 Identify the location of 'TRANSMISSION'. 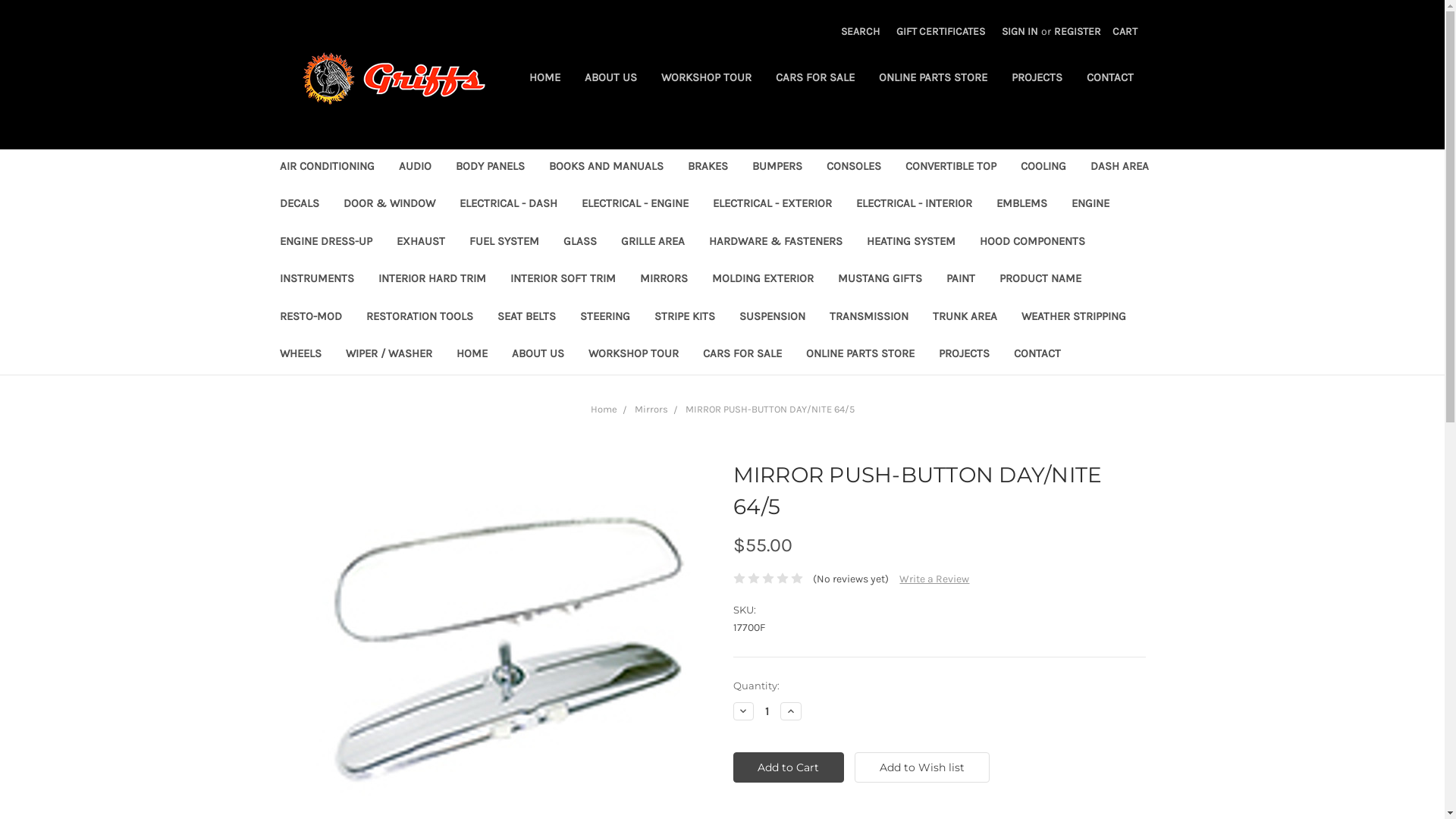
(817, 317).